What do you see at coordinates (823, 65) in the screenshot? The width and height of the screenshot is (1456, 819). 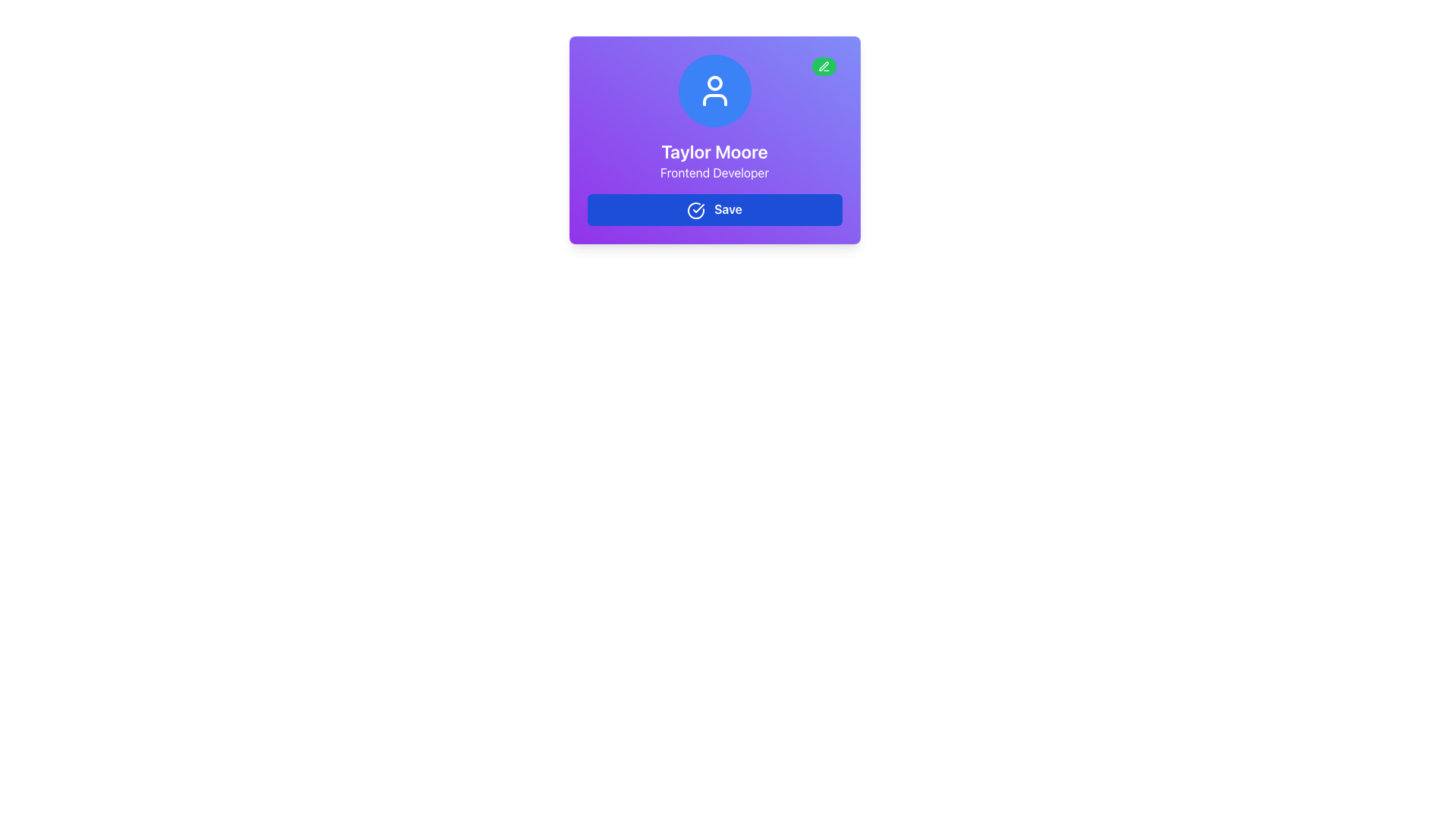 I see `the edit icon located in the top-right corner of the purple card displaying the name 'Taylor Moore' and the title 'Frontend Developer'` at bounding box center [823, 65].